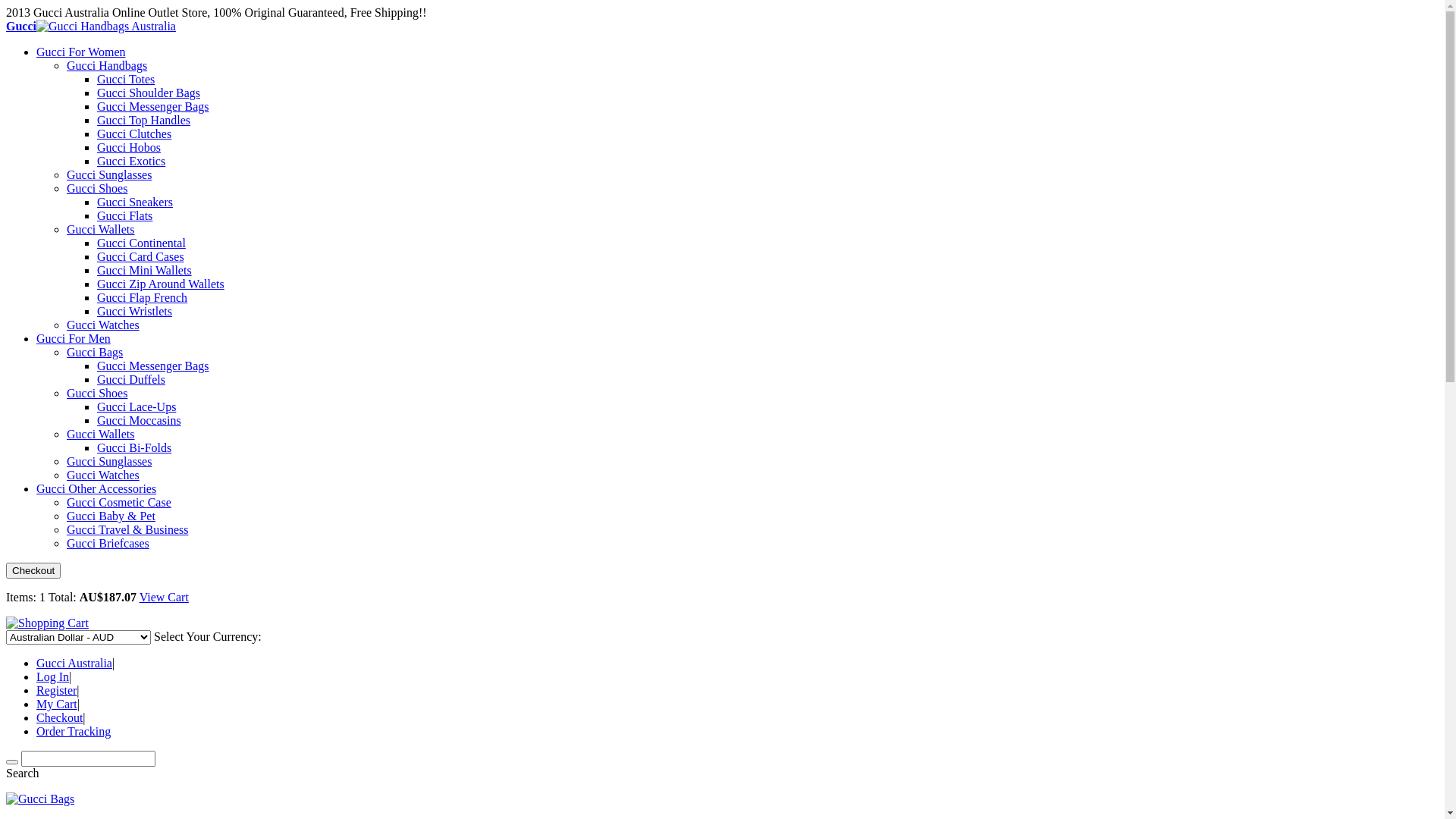  Describe the element at coordinates (96, 187) in the screenshot. I see `'Gucci Shoes'` at that location.